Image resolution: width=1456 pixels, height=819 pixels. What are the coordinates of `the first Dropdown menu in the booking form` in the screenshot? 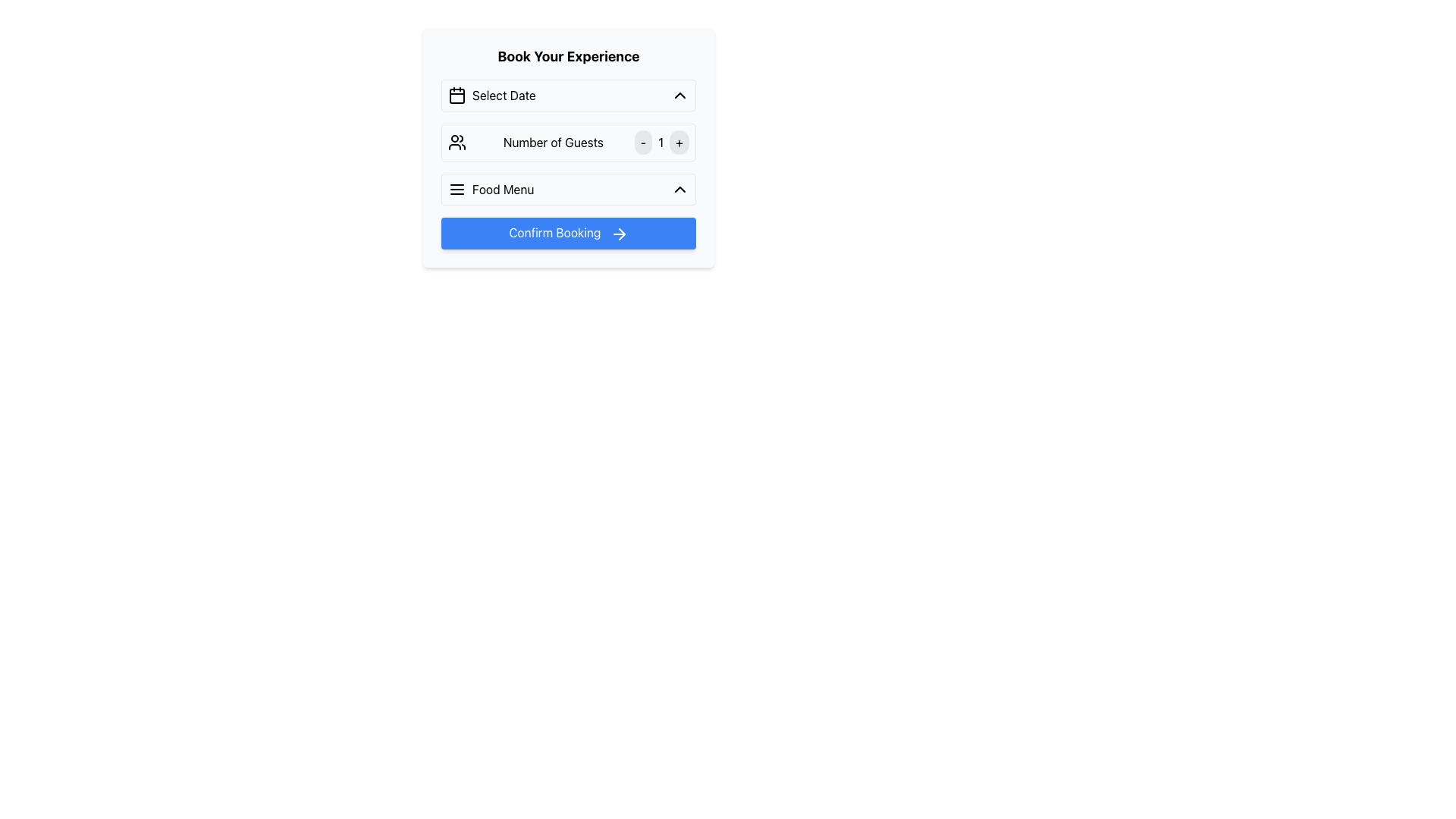 It's located at (567, 96).